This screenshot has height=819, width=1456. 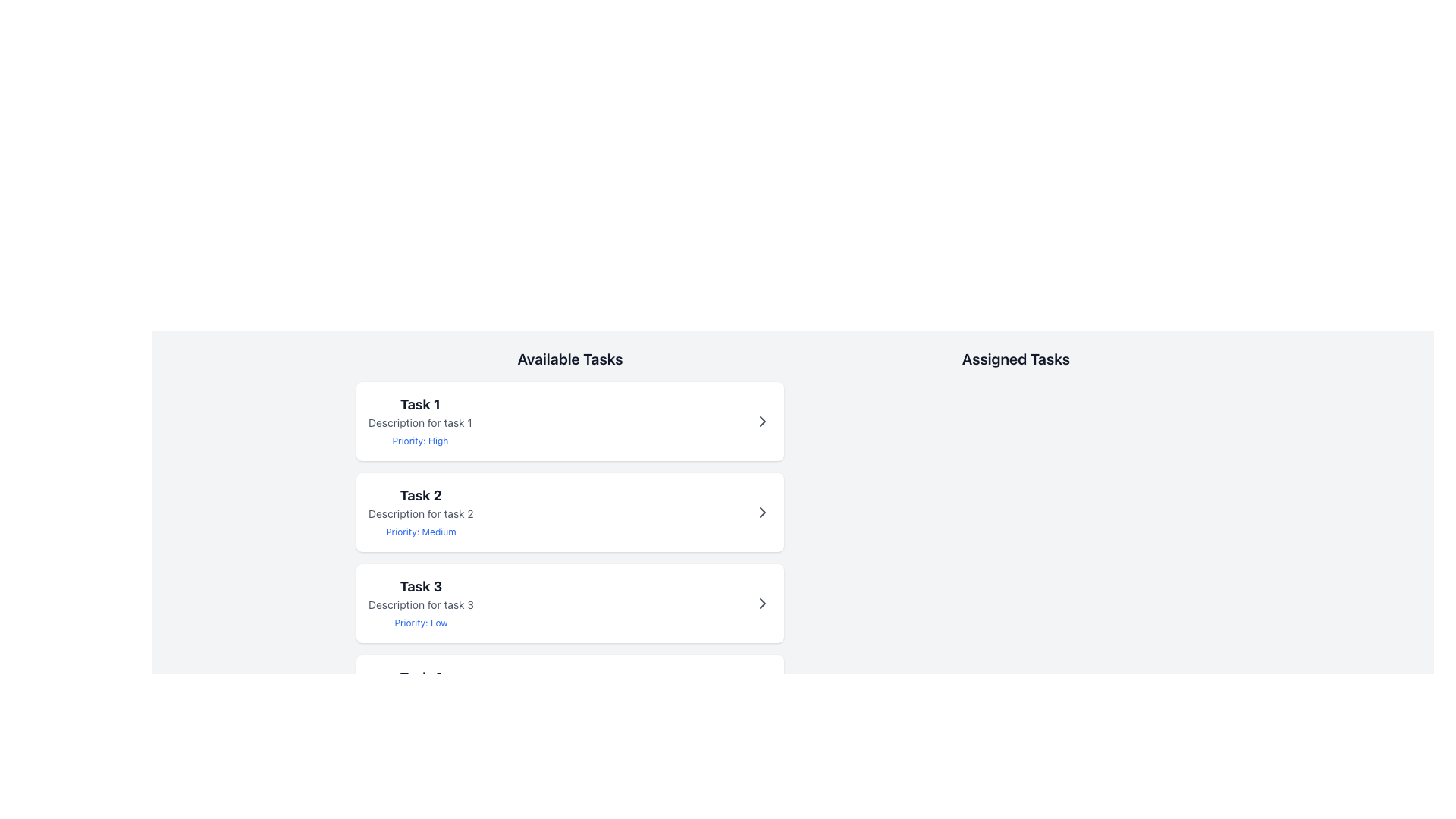 What do you see at coordinates (421, 496) in the screenshot?
I see `the 'Task 2' text label in the 'Available Tasks' section, which serves as the title for a task item and is located between 'Task 1' and 'Task 3'` at bounding box center [421, 496].